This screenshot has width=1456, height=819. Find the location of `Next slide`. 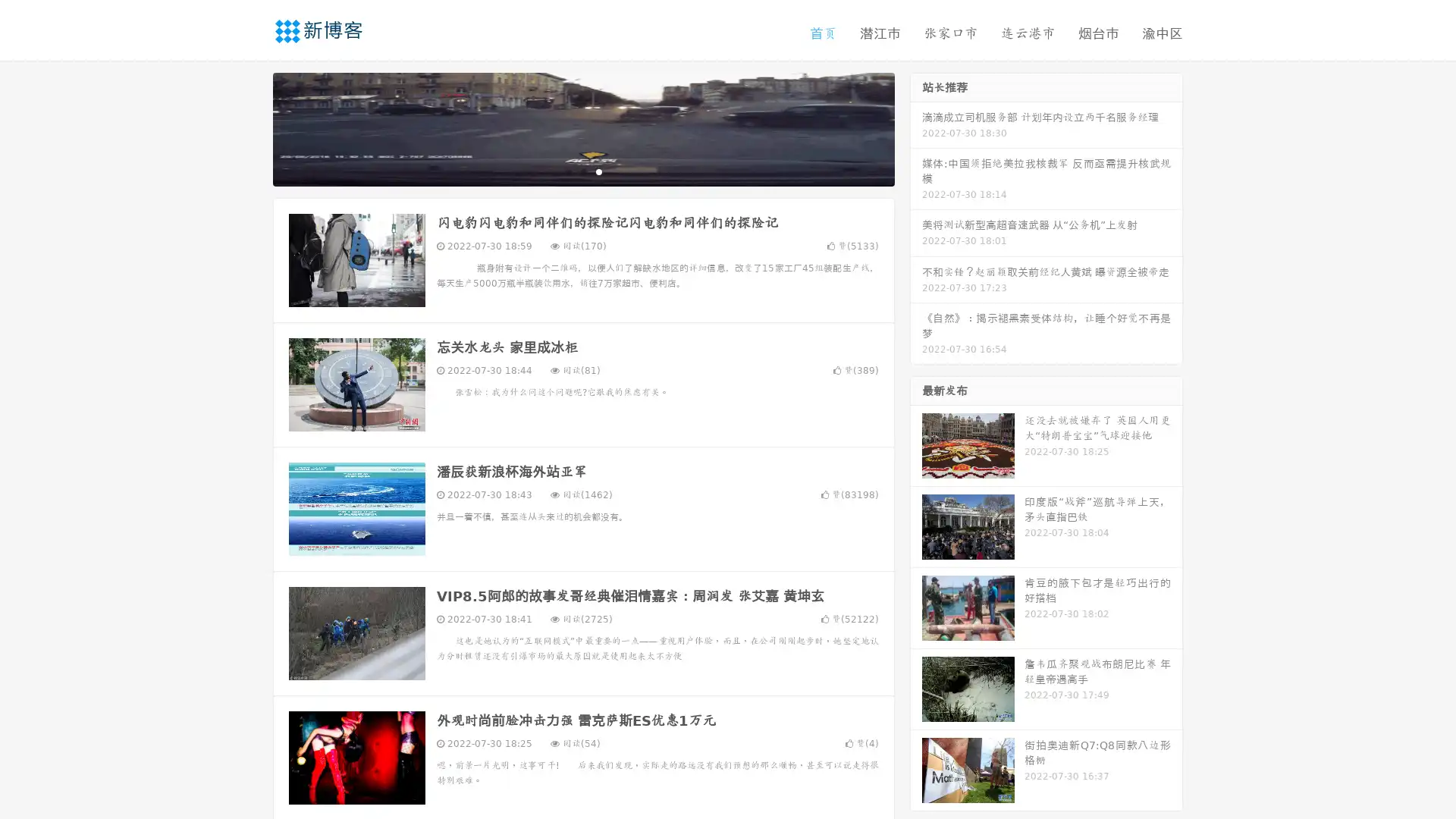

Next slide is located at coordinates (916, 127).